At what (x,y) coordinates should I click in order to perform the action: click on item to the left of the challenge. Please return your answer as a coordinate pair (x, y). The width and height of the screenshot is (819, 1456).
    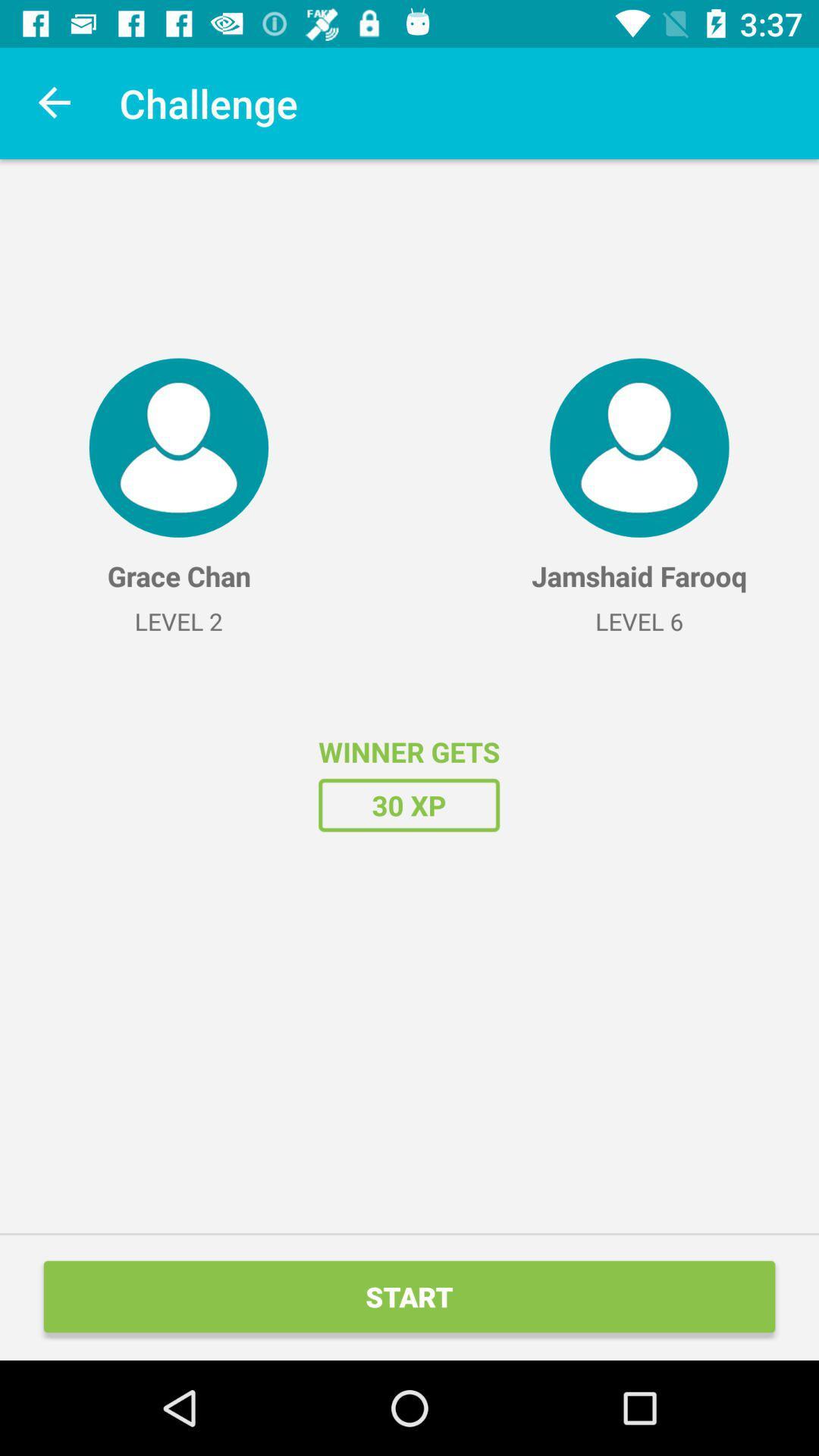
    Looking at the image, I should click on (55, 102).